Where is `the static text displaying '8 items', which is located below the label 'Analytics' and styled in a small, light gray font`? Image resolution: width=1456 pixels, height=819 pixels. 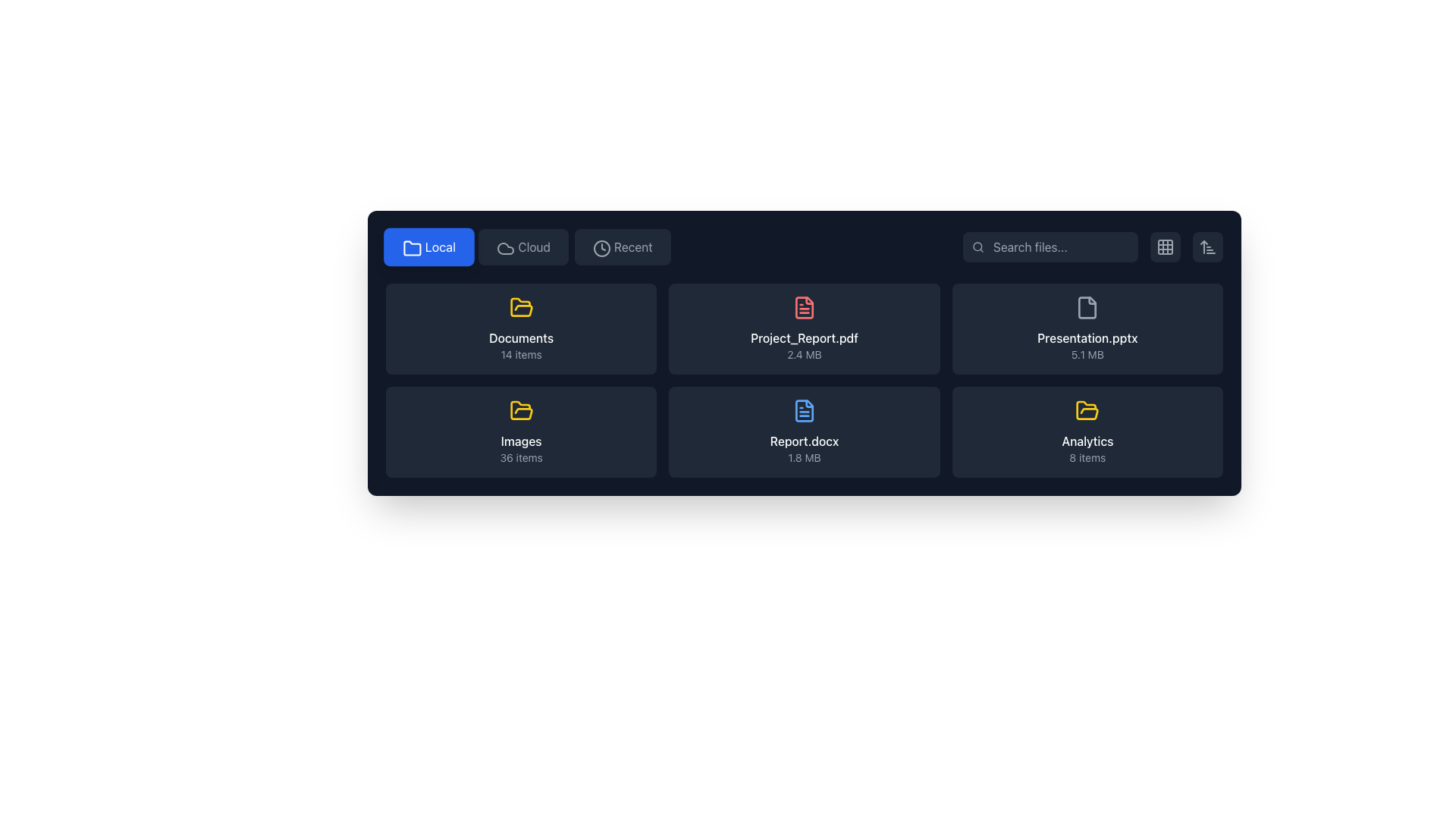 the static text displaying '8 items', which is located below the label 'Analytics' and styled in a small, light gray font is located at coordinates (1087, 457).